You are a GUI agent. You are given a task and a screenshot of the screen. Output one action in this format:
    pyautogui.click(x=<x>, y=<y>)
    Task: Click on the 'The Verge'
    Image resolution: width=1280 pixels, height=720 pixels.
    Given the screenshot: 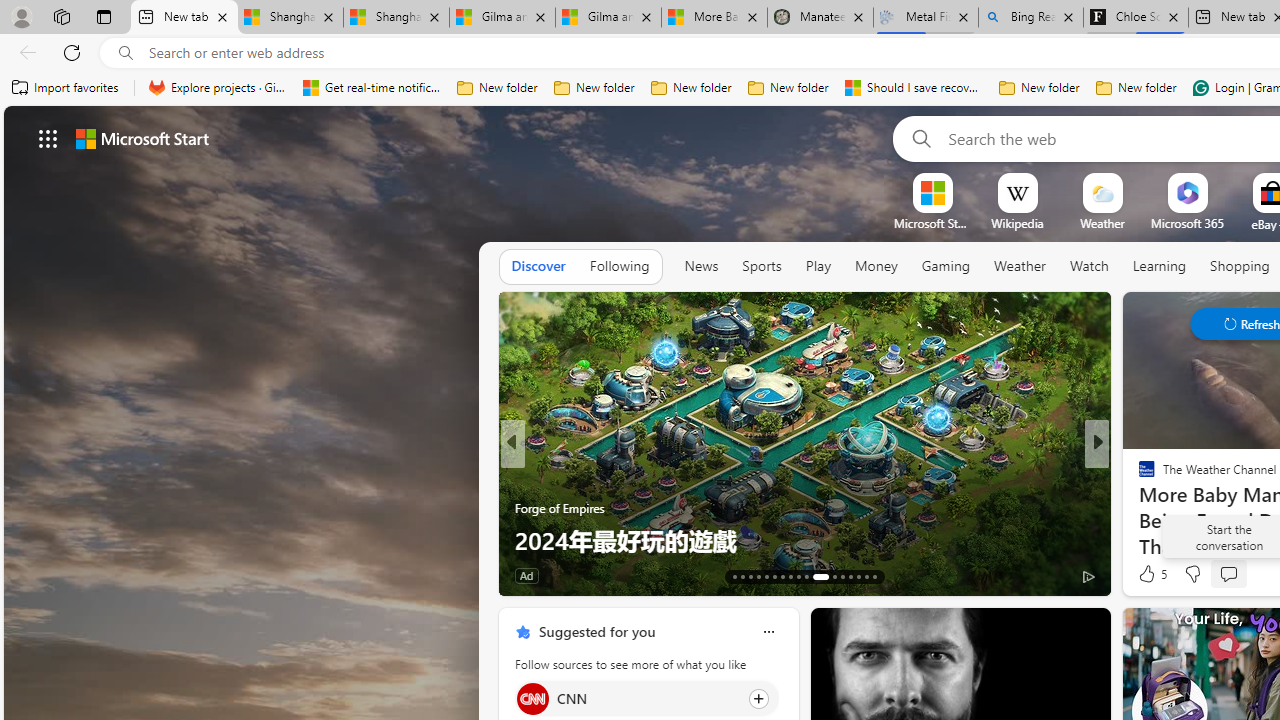 What is the action you would take?
    pyautogui.click(x=1138, y=475)
    